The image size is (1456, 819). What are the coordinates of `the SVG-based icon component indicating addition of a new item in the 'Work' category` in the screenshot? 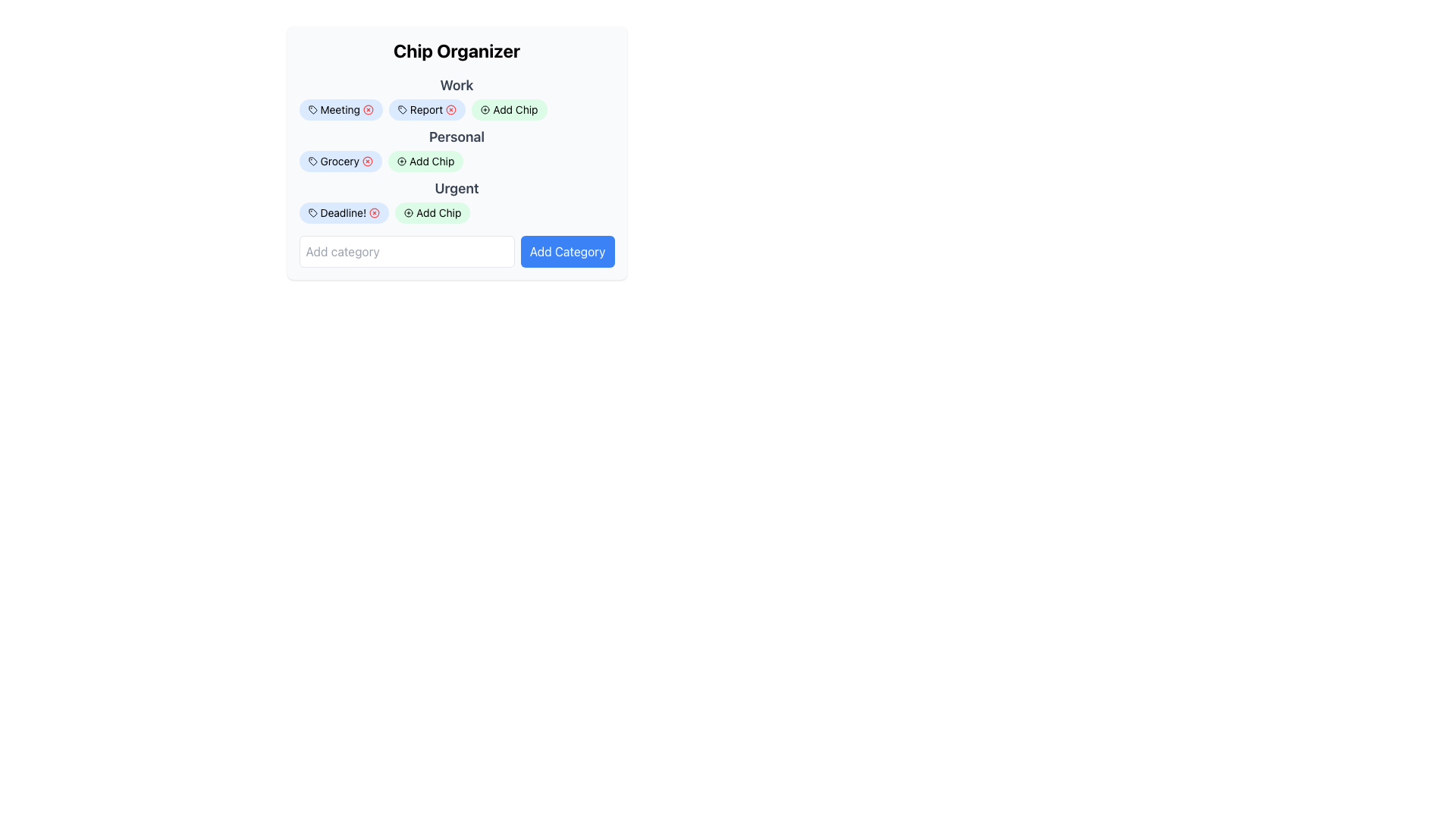 It's located at (409, 213).